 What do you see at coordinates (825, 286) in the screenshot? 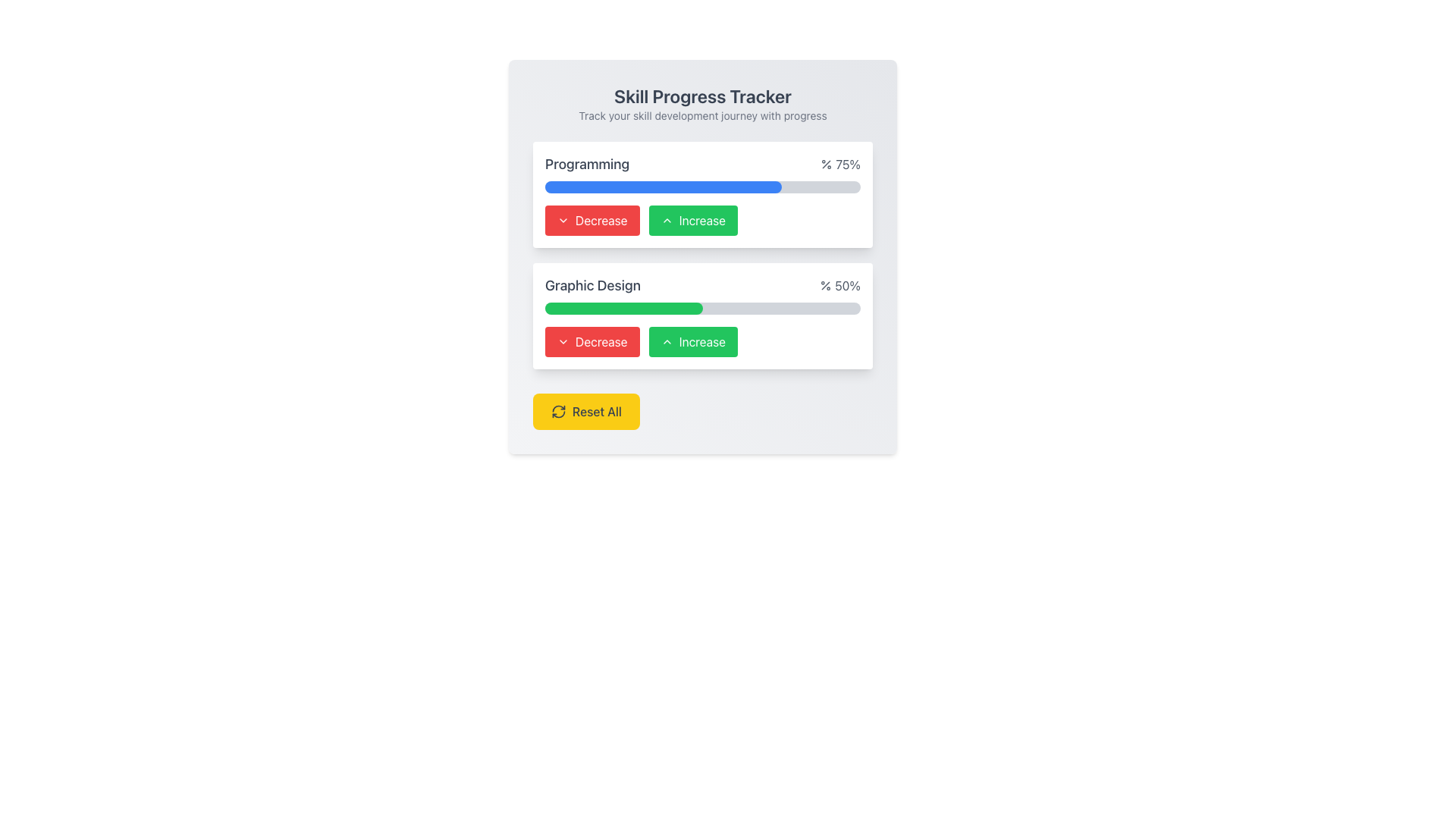
I see `the modern percentage icon, which features a diagonal line separating two filled circular dots, located to the left of the '50%' text in the 'Graphic Design' section` at bounding box center [825, 286].